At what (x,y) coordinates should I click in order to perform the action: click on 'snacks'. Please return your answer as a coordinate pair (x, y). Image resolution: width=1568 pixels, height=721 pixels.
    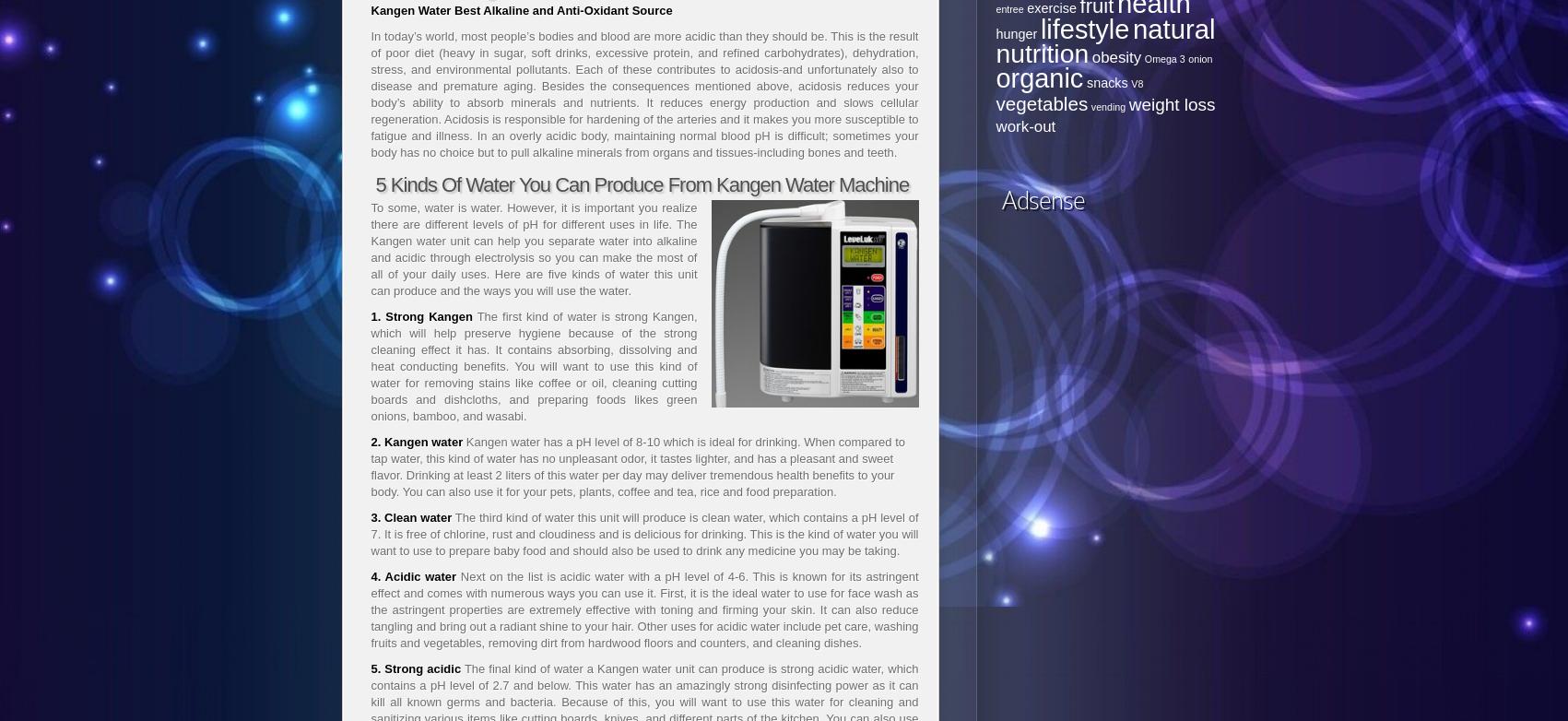
    Looking at the image, I should click on (1105, 83).